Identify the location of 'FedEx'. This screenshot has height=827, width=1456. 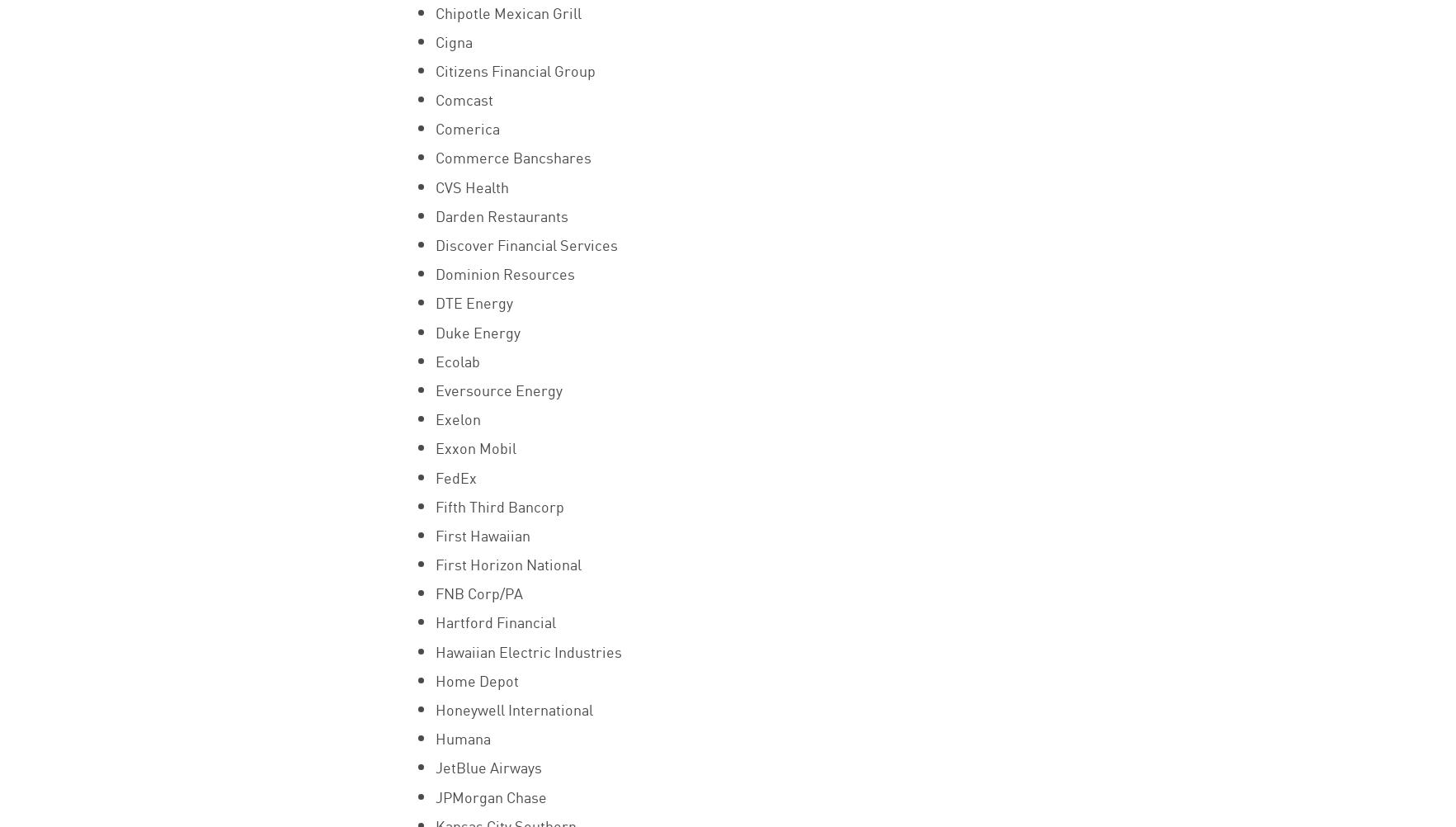
(454, 475).